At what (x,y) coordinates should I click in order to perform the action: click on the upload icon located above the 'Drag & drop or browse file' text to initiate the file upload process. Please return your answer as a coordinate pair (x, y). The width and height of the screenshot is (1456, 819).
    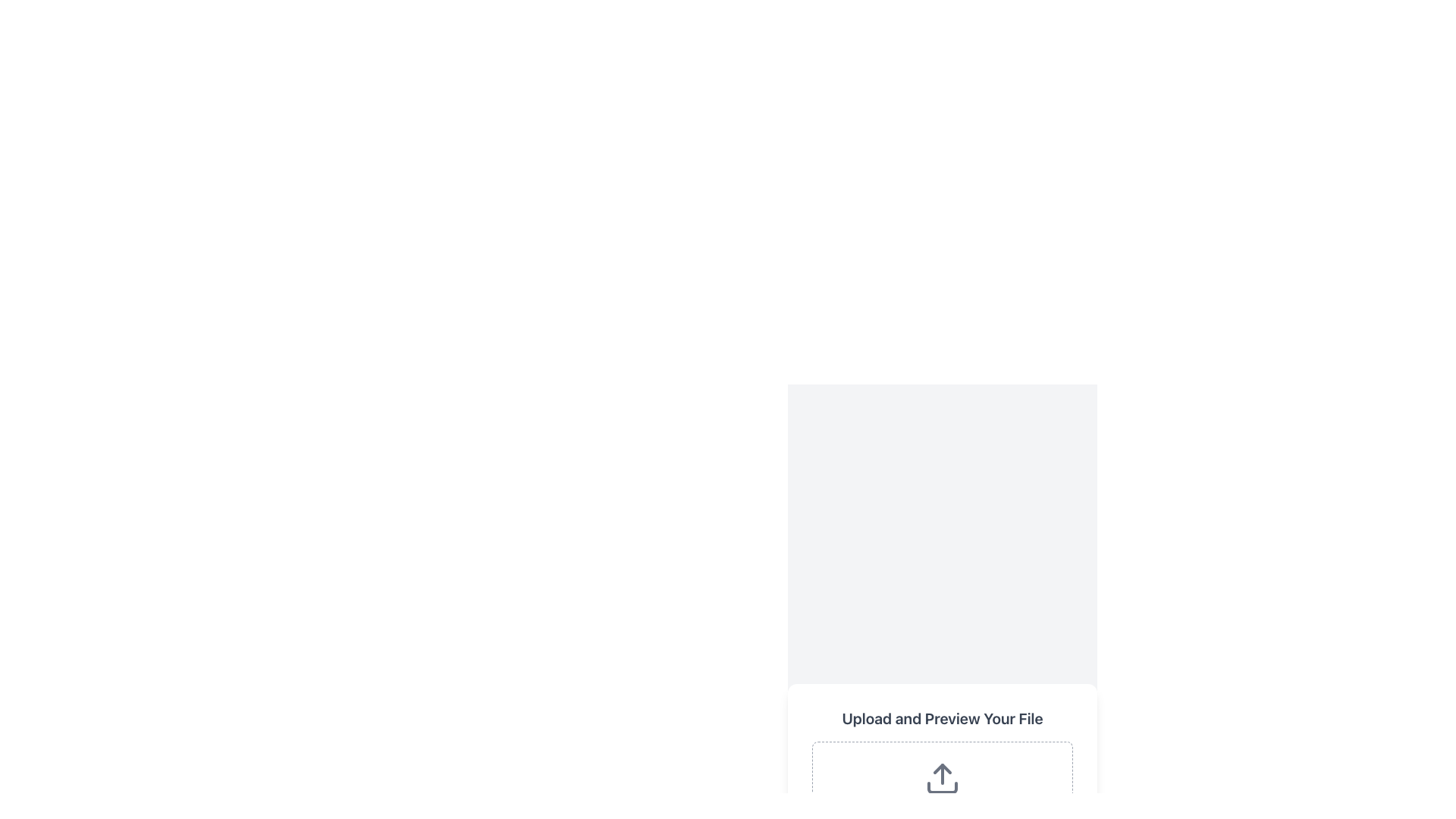
    Looking at the image, I should click on (942, 778).